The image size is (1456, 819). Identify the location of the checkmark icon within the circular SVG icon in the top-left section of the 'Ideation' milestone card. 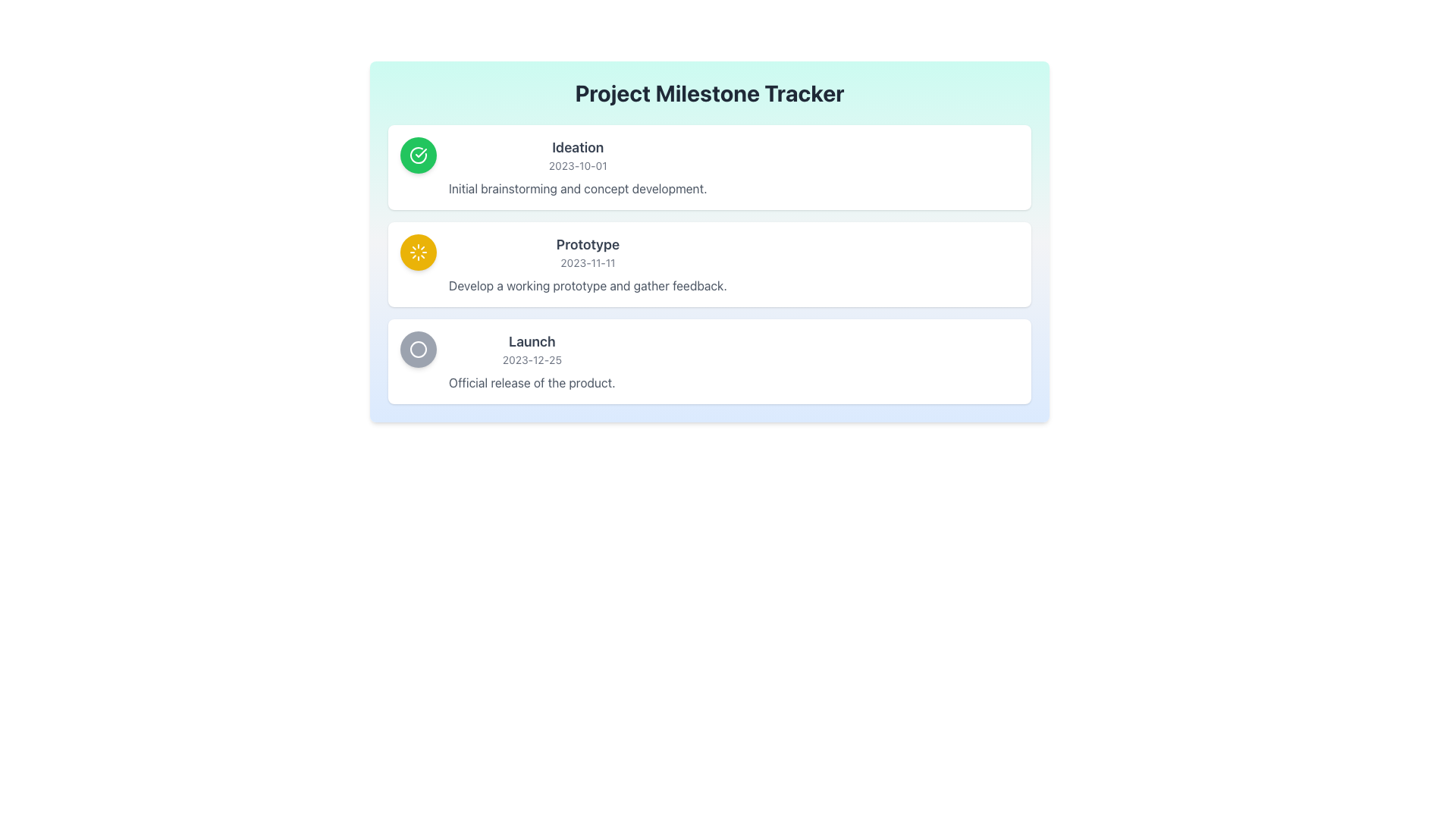
(421, 152).